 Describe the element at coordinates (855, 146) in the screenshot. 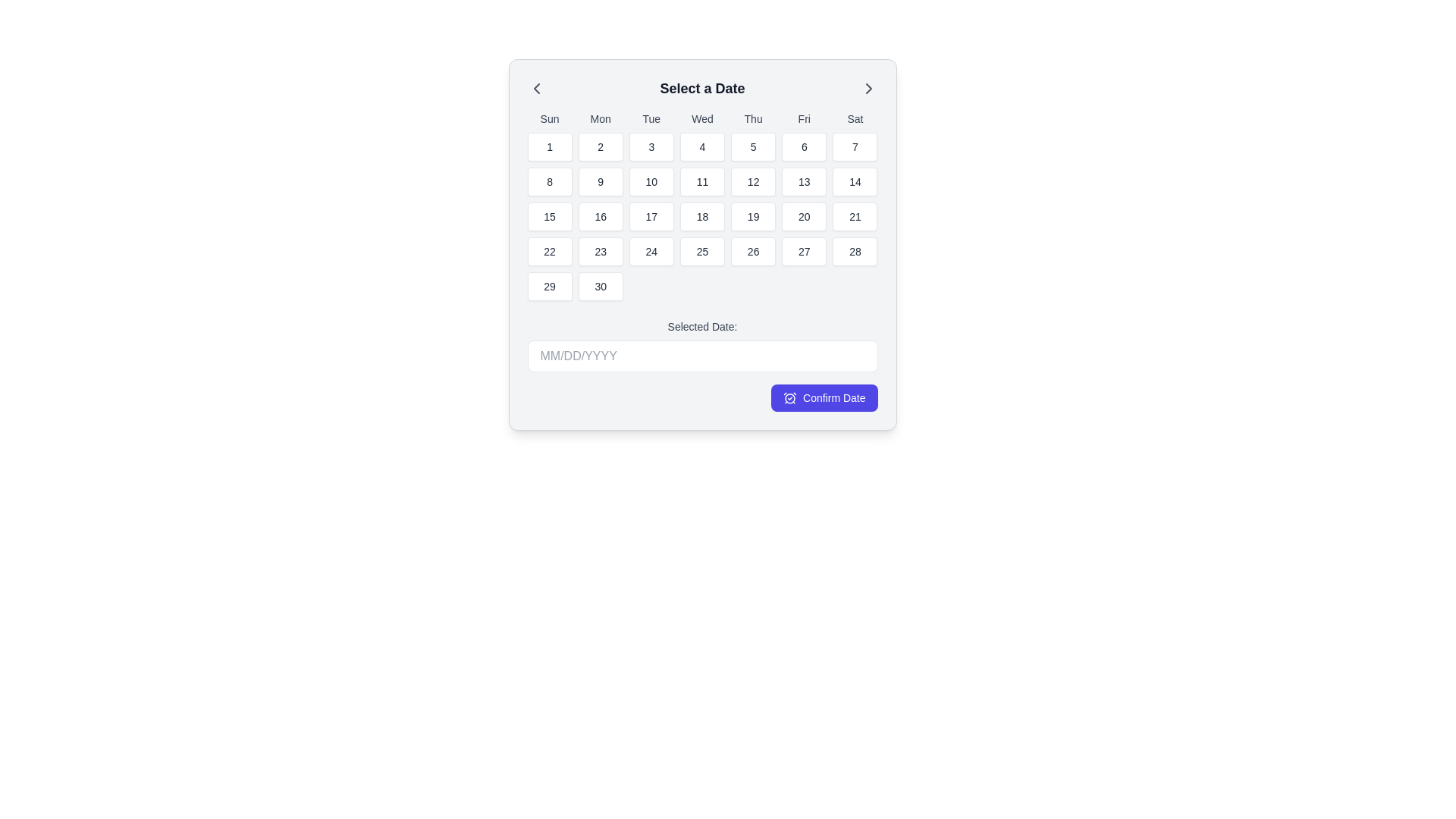

I see `the rectangular button displaying the number '7' in the center, located in the first row of the calendar grid under the 'Sat' column` at that location.